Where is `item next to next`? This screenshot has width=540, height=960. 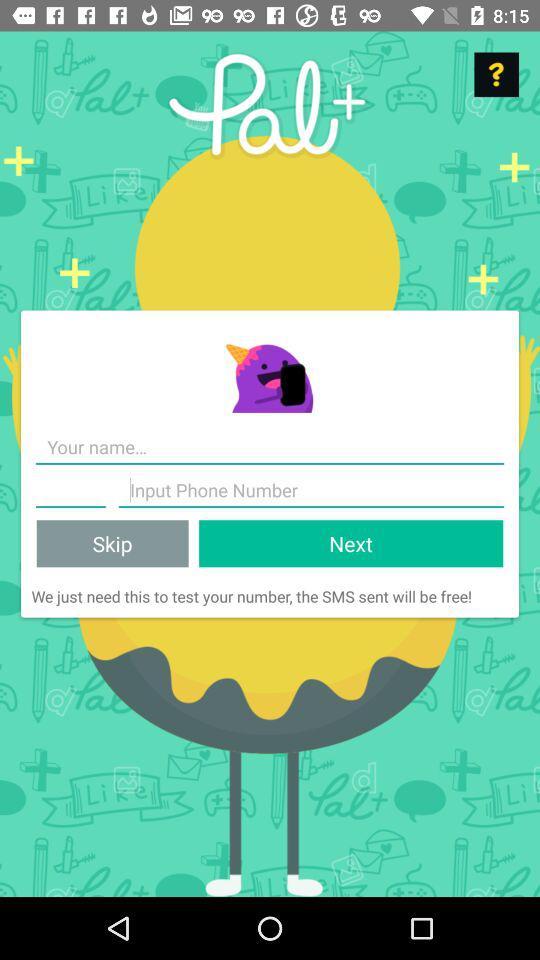 item next to next is located at coordinates (112, 543).